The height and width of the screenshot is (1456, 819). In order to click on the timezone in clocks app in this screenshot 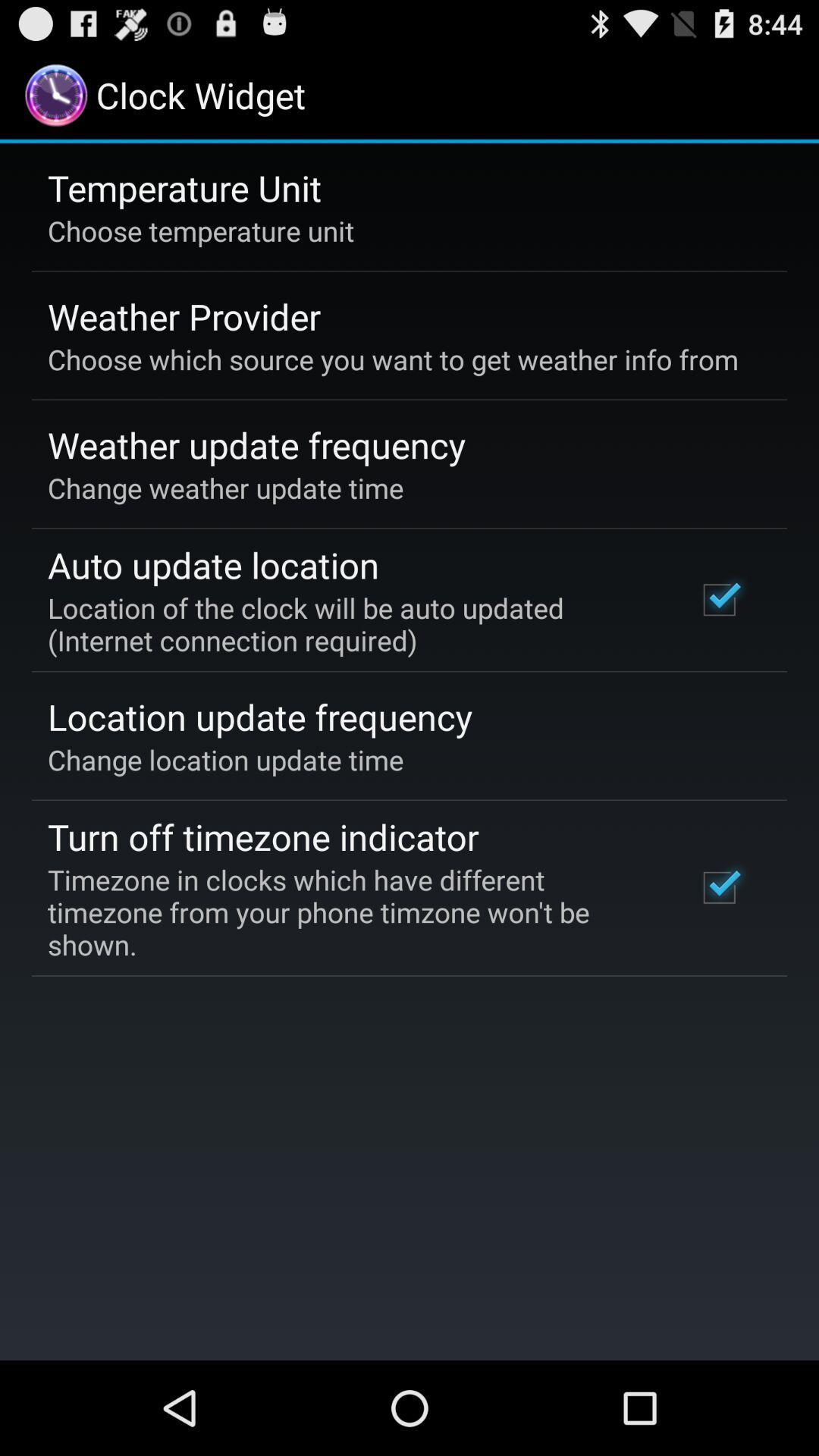, I will do `click(351, 912)`.